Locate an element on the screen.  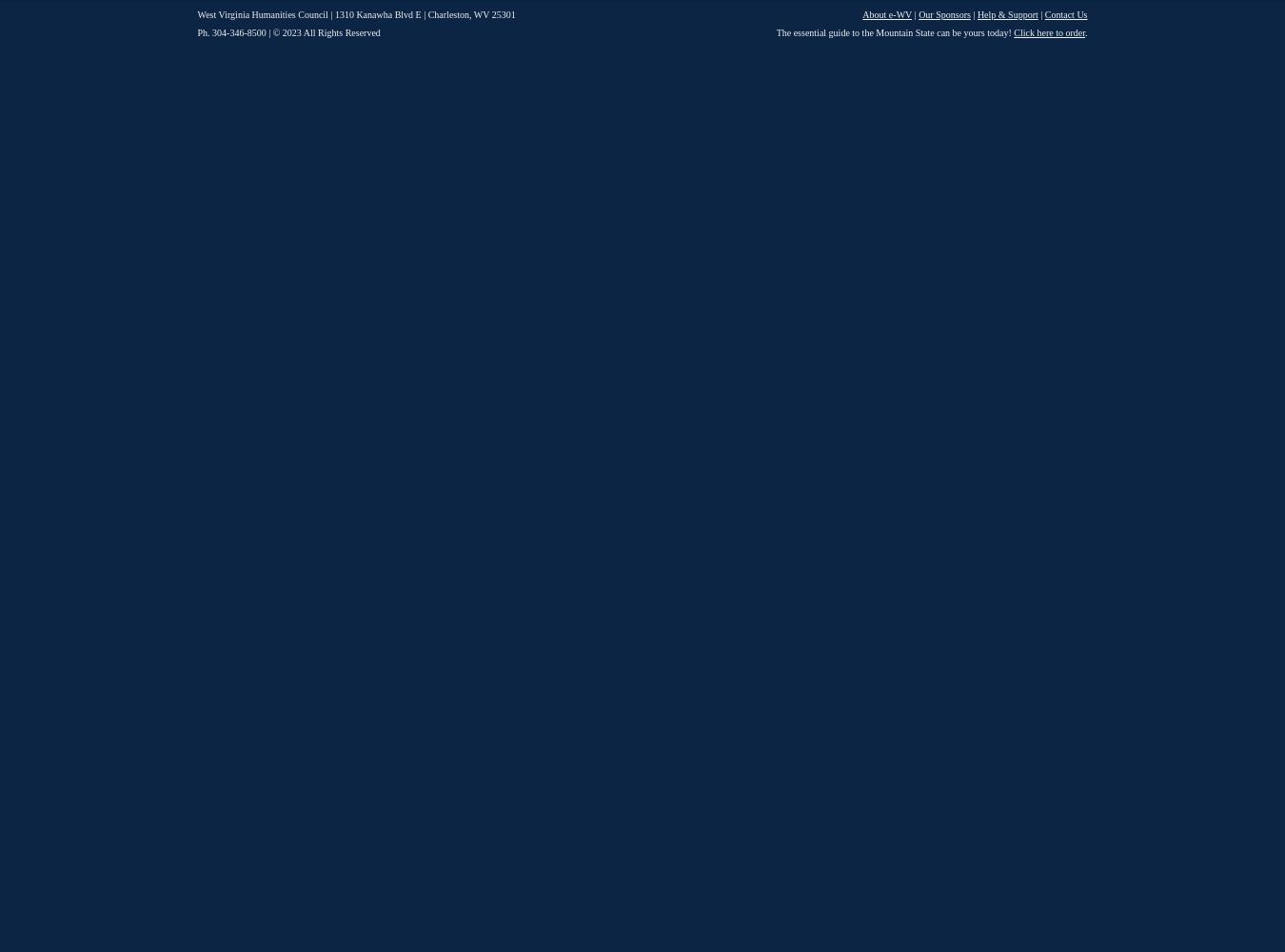
'Contact Us' is located at coordinates (1044, 14).